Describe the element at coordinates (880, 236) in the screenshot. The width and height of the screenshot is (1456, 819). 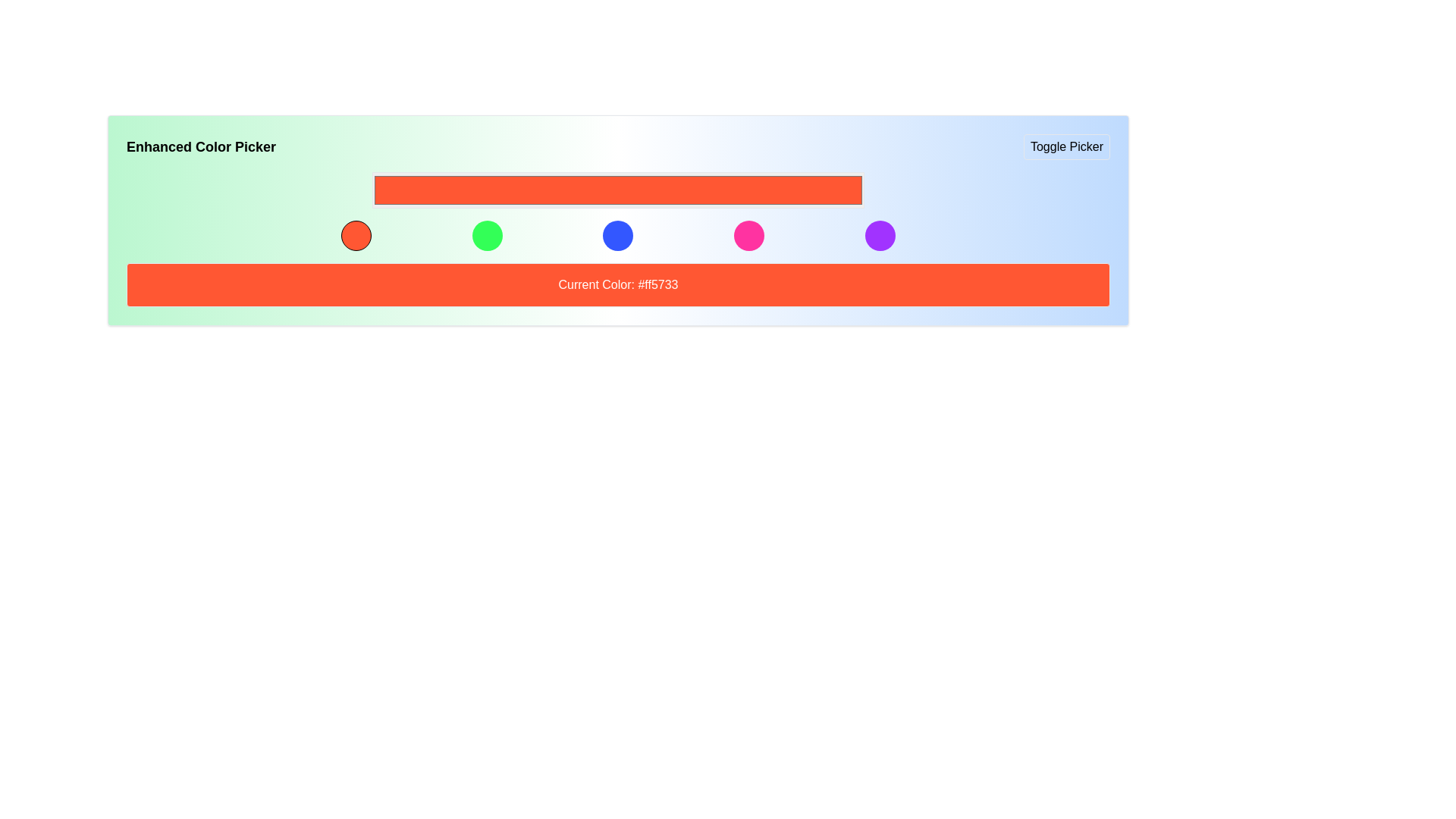
I see `the fifth circular color selection button with a purple fill` at that location.